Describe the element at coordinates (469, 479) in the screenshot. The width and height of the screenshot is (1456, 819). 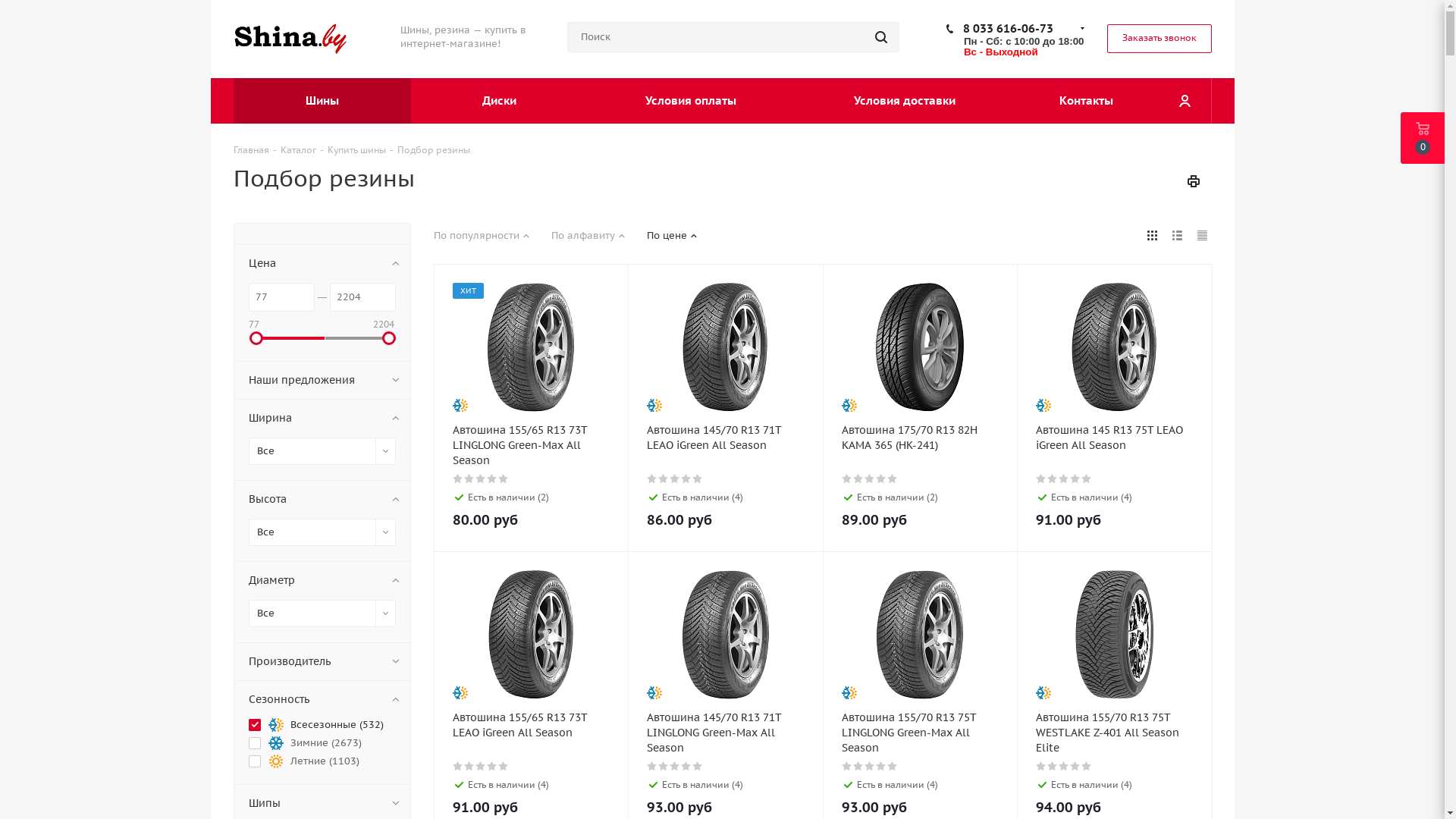
I see `'2'` at that location.